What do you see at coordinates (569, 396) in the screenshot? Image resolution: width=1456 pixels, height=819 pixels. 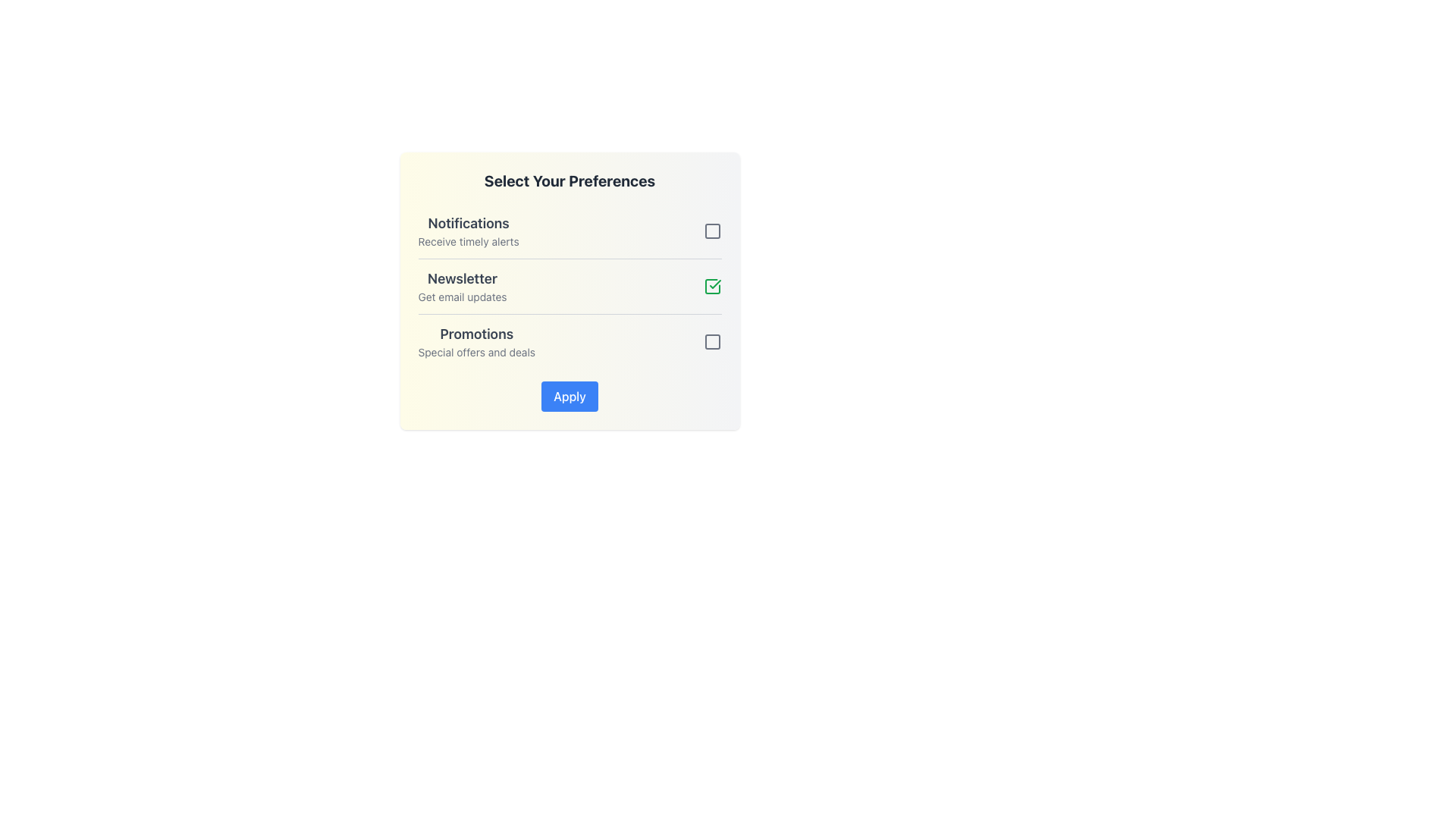 I see `the 'Apply' button, which is a rectangular button with rounded corners, blue background, and white text, located at the bottom of the 'Select Your Preferences' section` at bounding box center [569, 396].